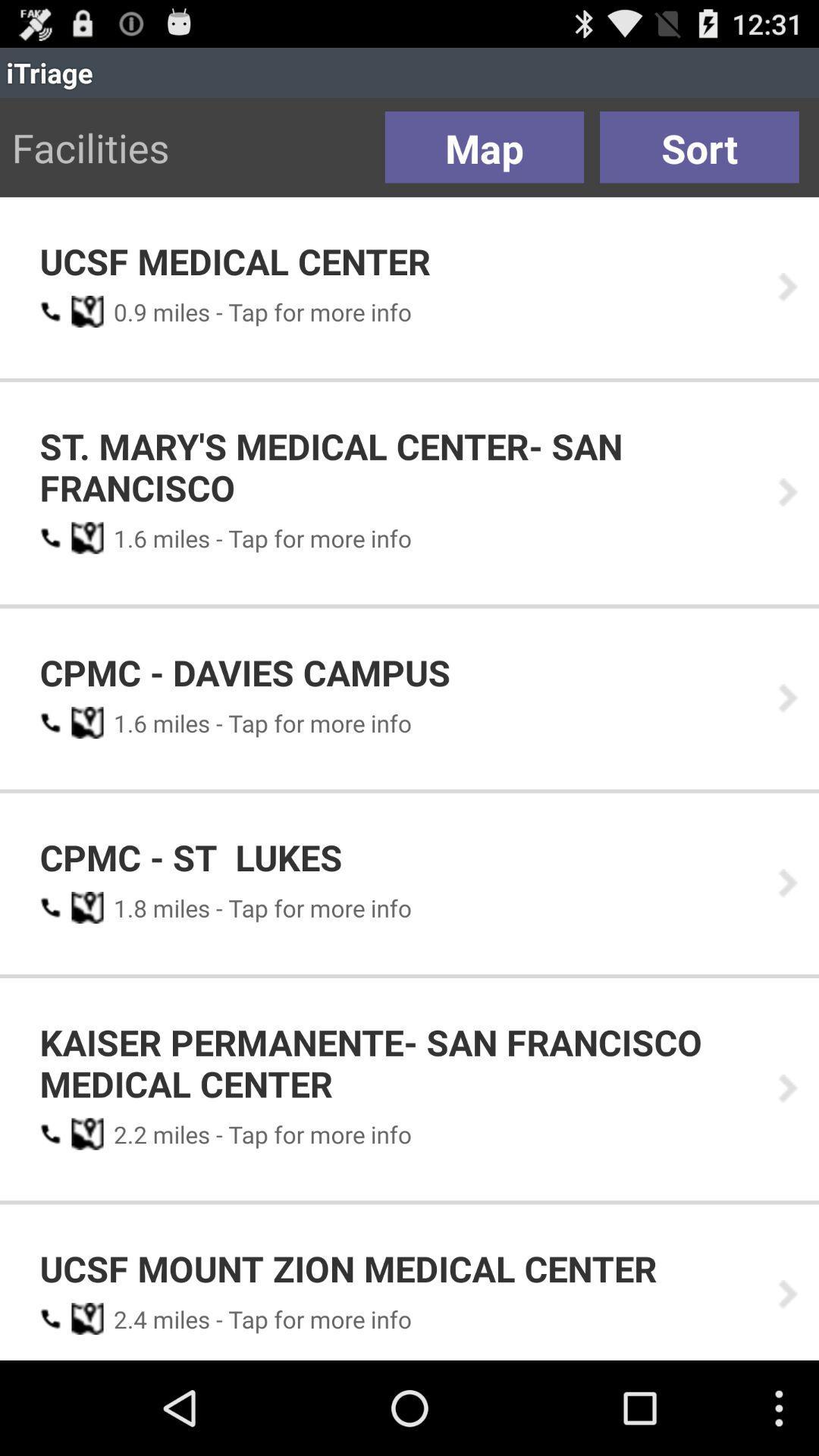  What do you see at coordinates (124, 311) in the screenshot?
I see `0.9 item` at bounding box center [124, 311].